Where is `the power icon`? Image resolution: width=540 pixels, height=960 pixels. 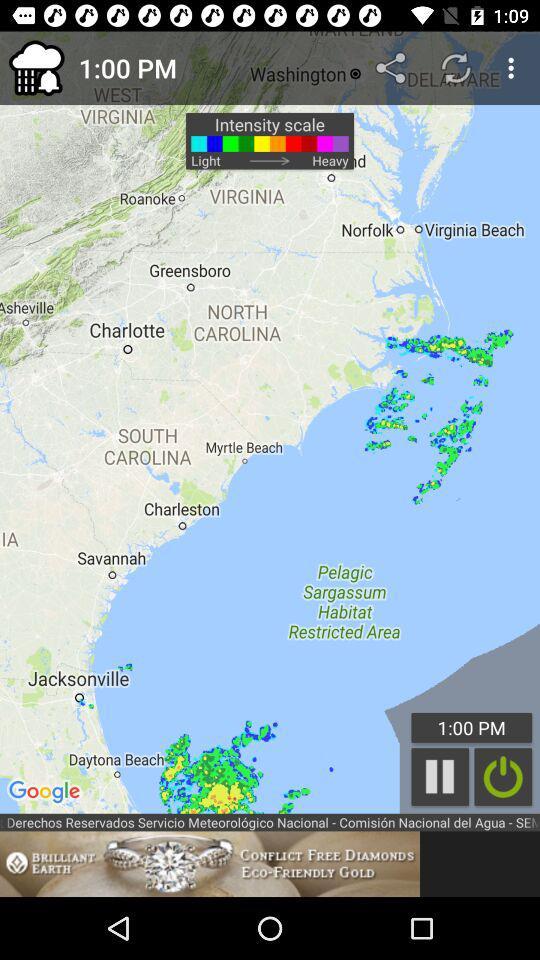
the power icon is located at coordinates (502, 776).